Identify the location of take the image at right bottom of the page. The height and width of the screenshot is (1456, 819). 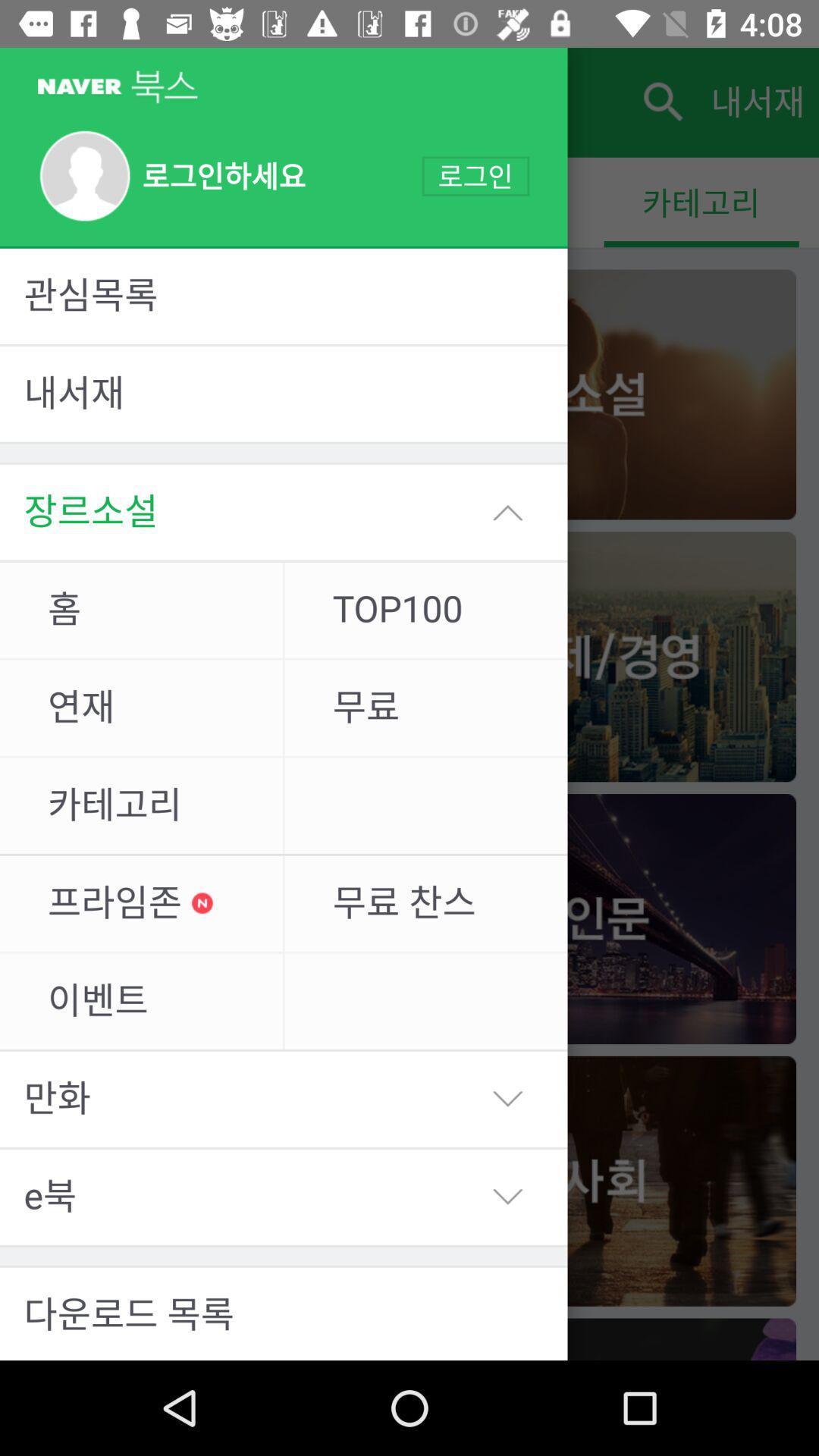
(604, 1339).